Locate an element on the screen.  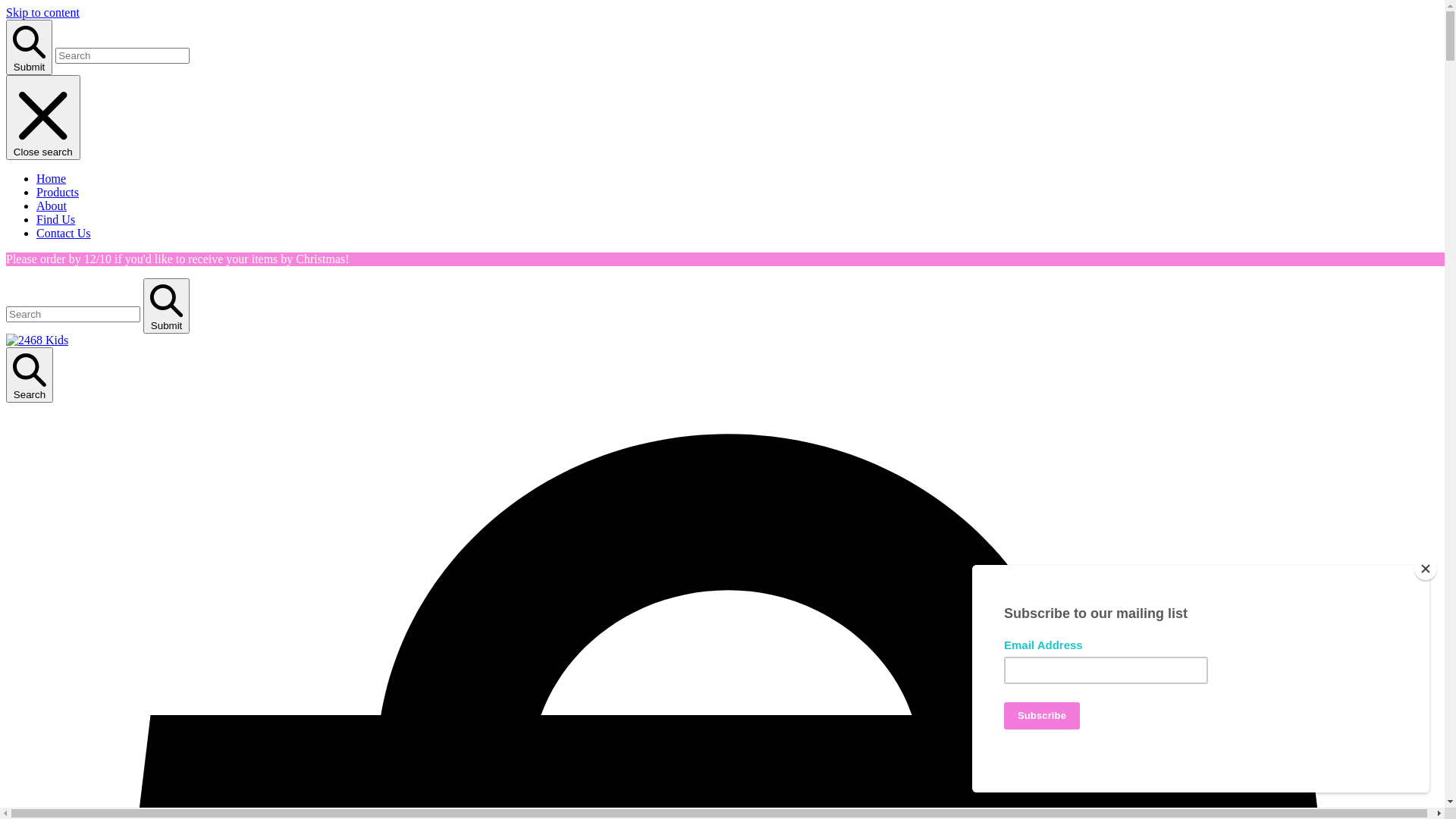
'Find Us' is located at coordinates (55, 219).